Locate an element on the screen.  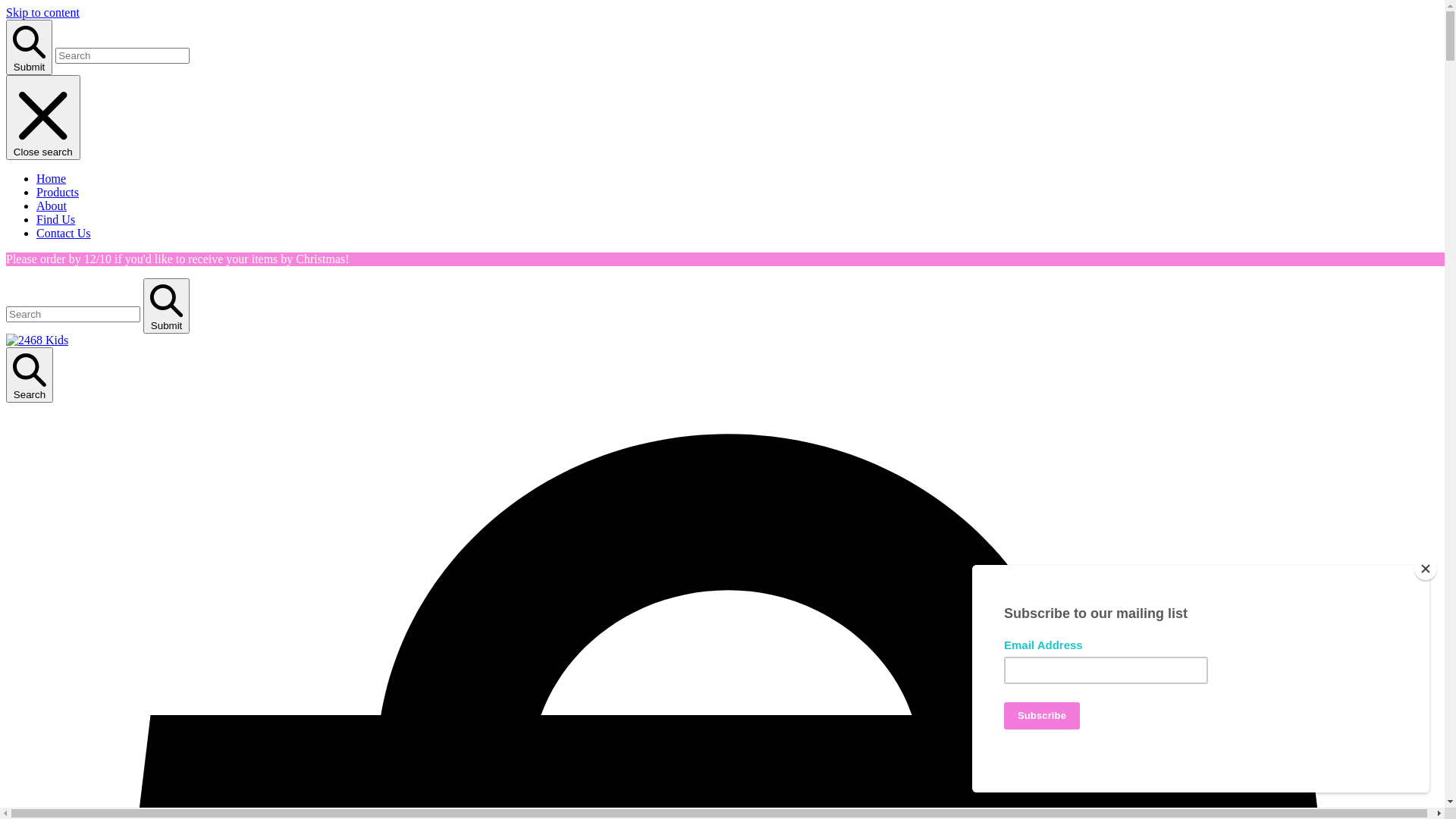
'Find Us' is located at coordinates (55, 219).